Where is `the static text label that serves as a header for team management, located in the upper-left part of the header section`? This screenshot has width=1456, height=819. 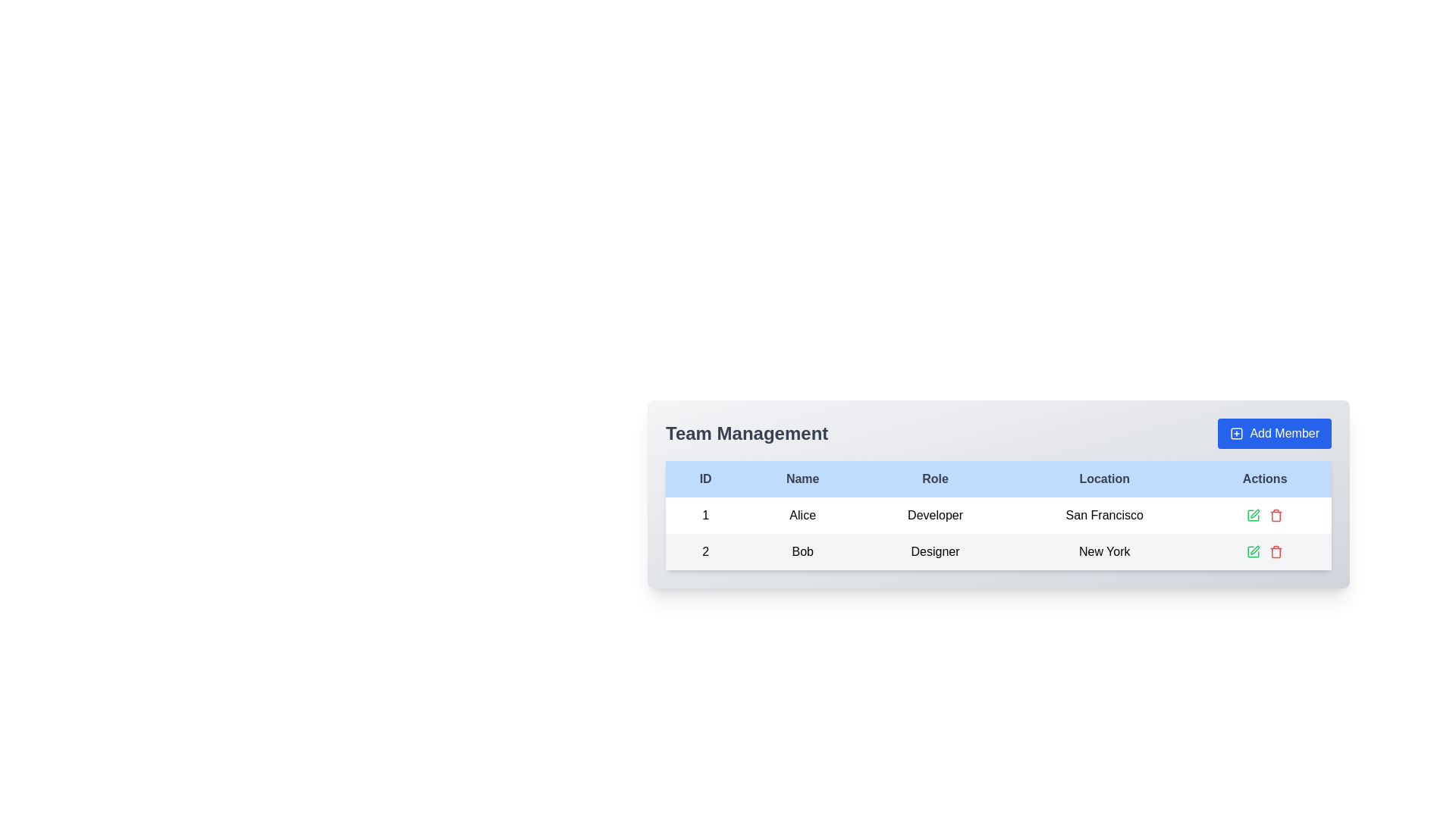
the static text label that serves as a header for team management, located in the upper-left part of the header section is located at coordinates (747, 433).